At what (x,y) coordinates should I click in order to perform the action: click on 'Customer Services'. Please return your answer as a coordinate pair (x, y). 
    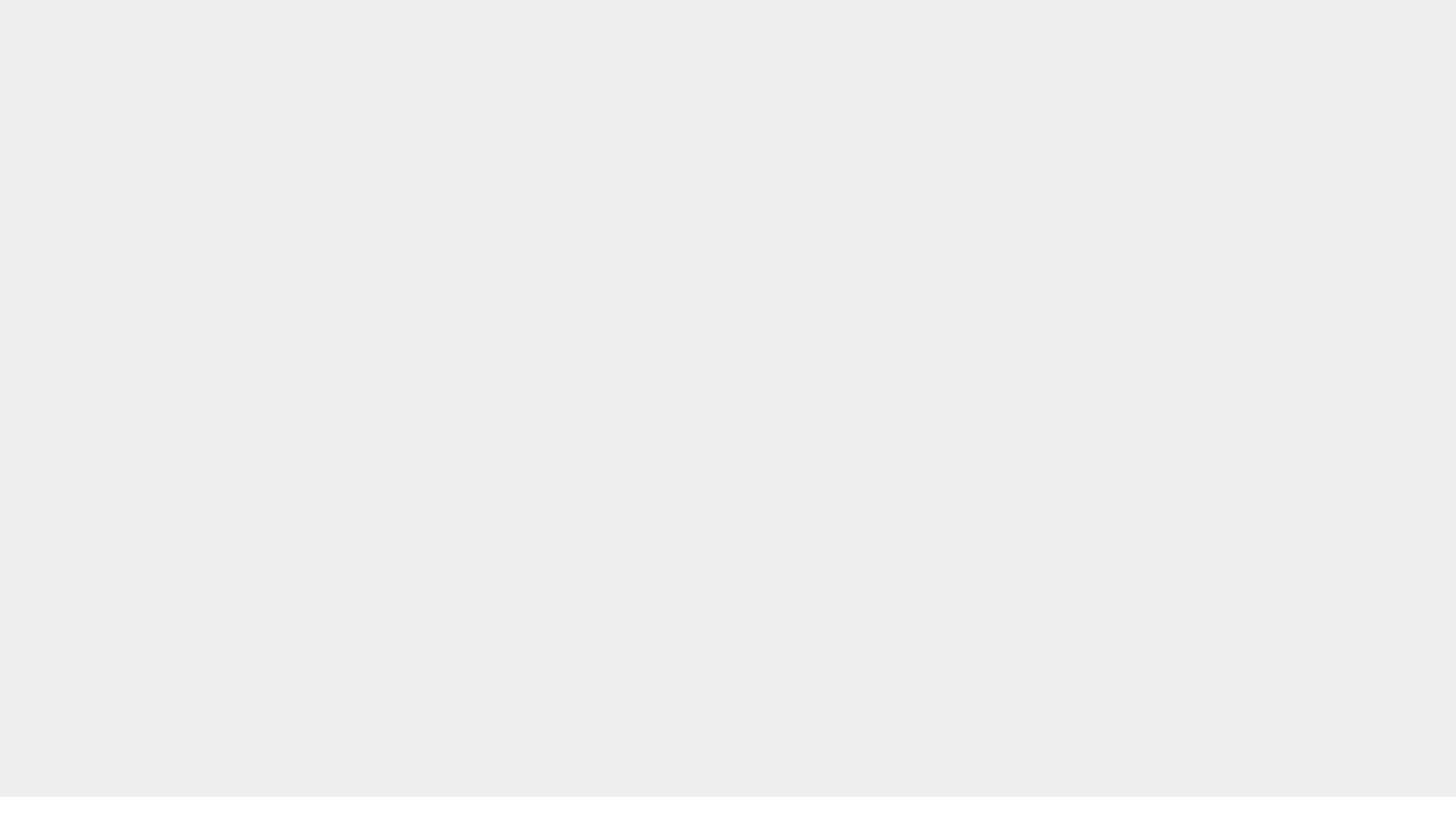
    Looking at the image, I should click on (227, 308).